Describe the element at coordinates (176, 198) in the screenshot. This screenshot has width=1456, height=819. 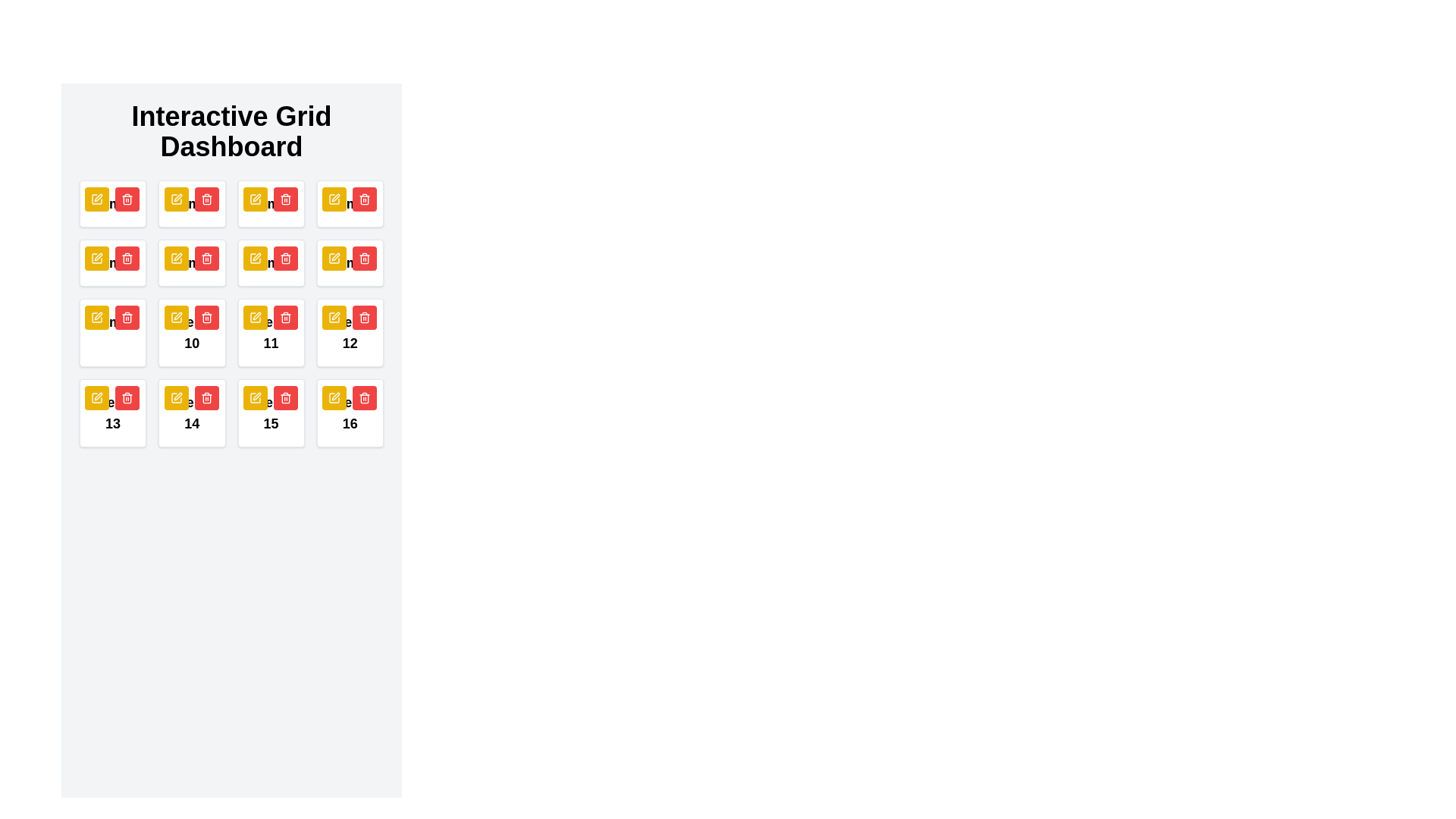
I see `the square icon located in the top-left corner of the interactive grid, which is the first icon in the icon group` at that location.